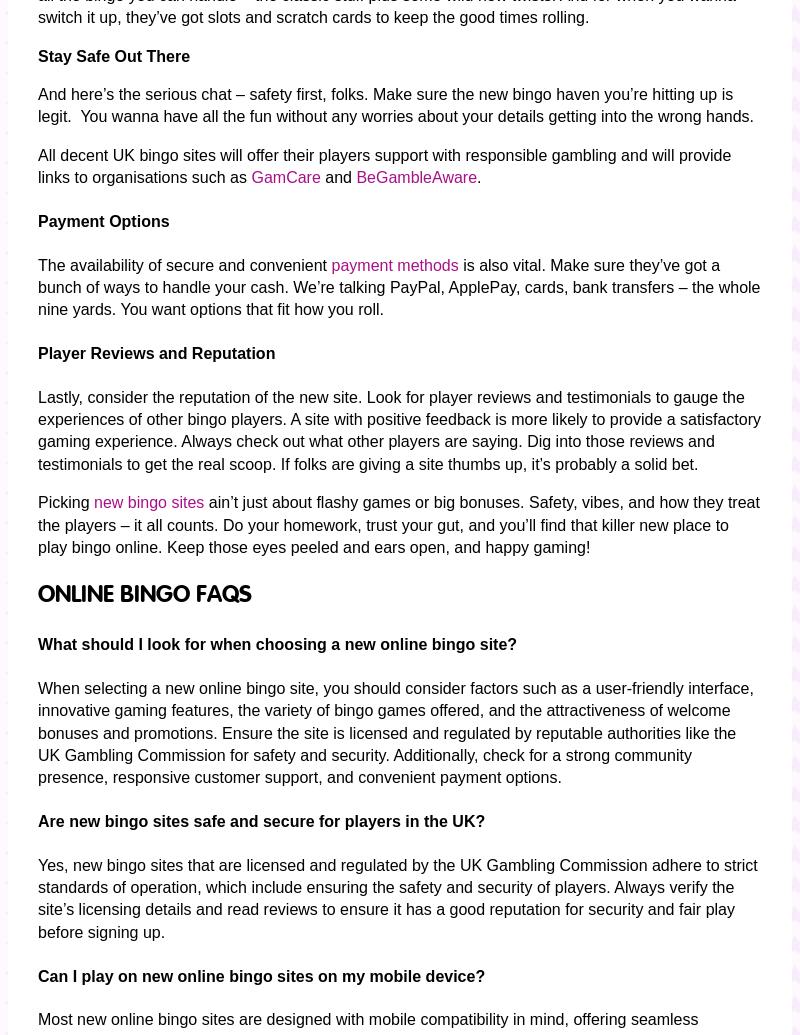 This screenshot has width=800, height=1035. Describe the element at coordinates (397, 523) in the screenshot. I see `'ain’t just about flashy games or big bonuses. Safety, vibes, and how they treat the players – it all counts. Do your homework, trust your gut, and you’ll find that killer new place to play bingo online. Keep those eyes peeled and ears open, and happy gaming!'` at that location.